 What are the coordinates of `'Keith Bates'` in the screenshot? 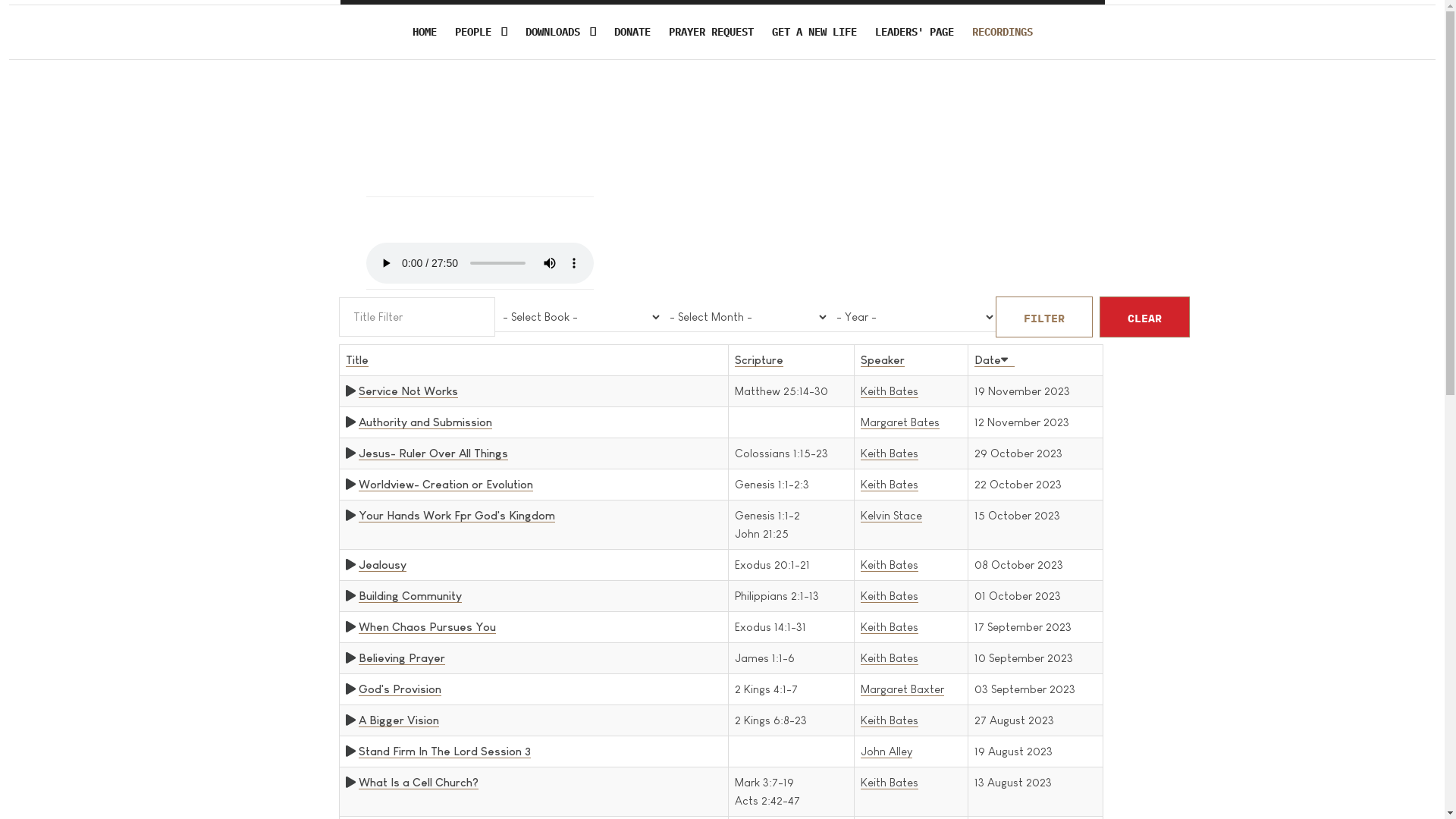 It's located at (889, 391).